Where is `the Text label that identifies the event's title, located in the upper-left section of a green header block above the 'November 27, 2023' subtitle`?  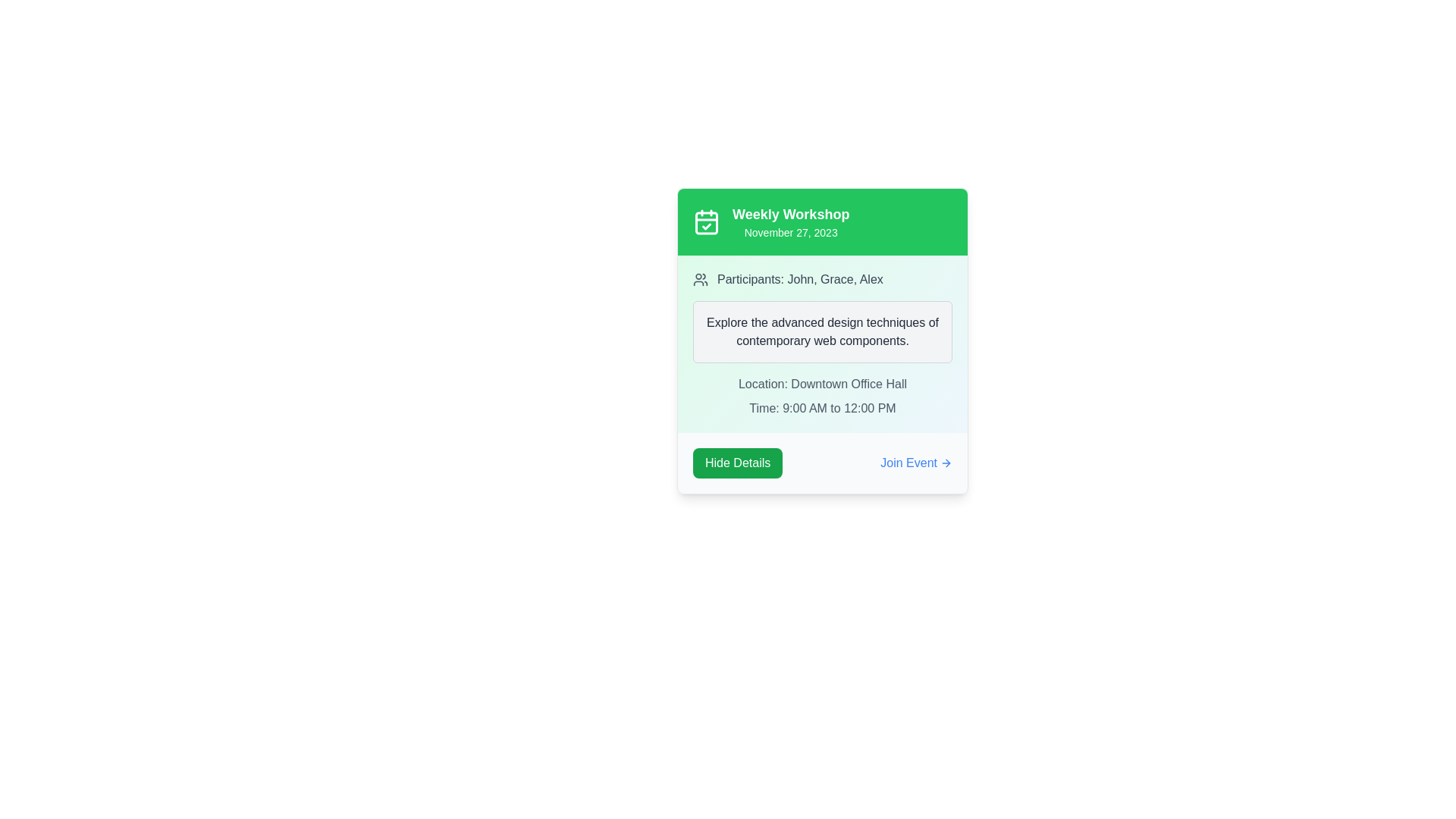 the Text label that identifies the event's title, located in the upper-left section of a green header block above the 'November 27, 2023' subtitle is located at coordinates (790, 214).